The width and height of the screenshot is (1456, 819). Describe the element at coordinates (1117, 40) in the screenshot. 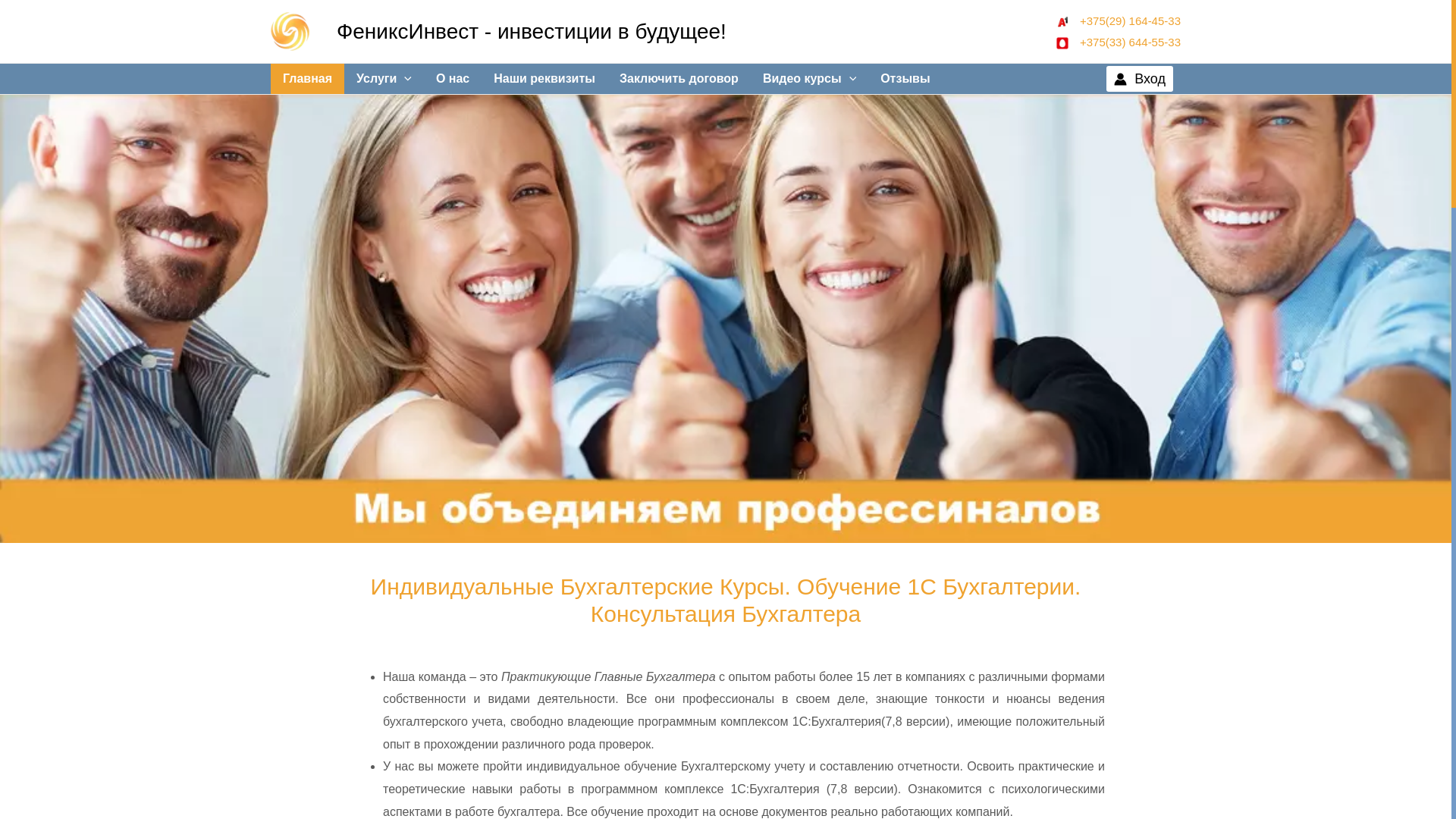

I see `'   +375(33) 644-55-33'` at that location.